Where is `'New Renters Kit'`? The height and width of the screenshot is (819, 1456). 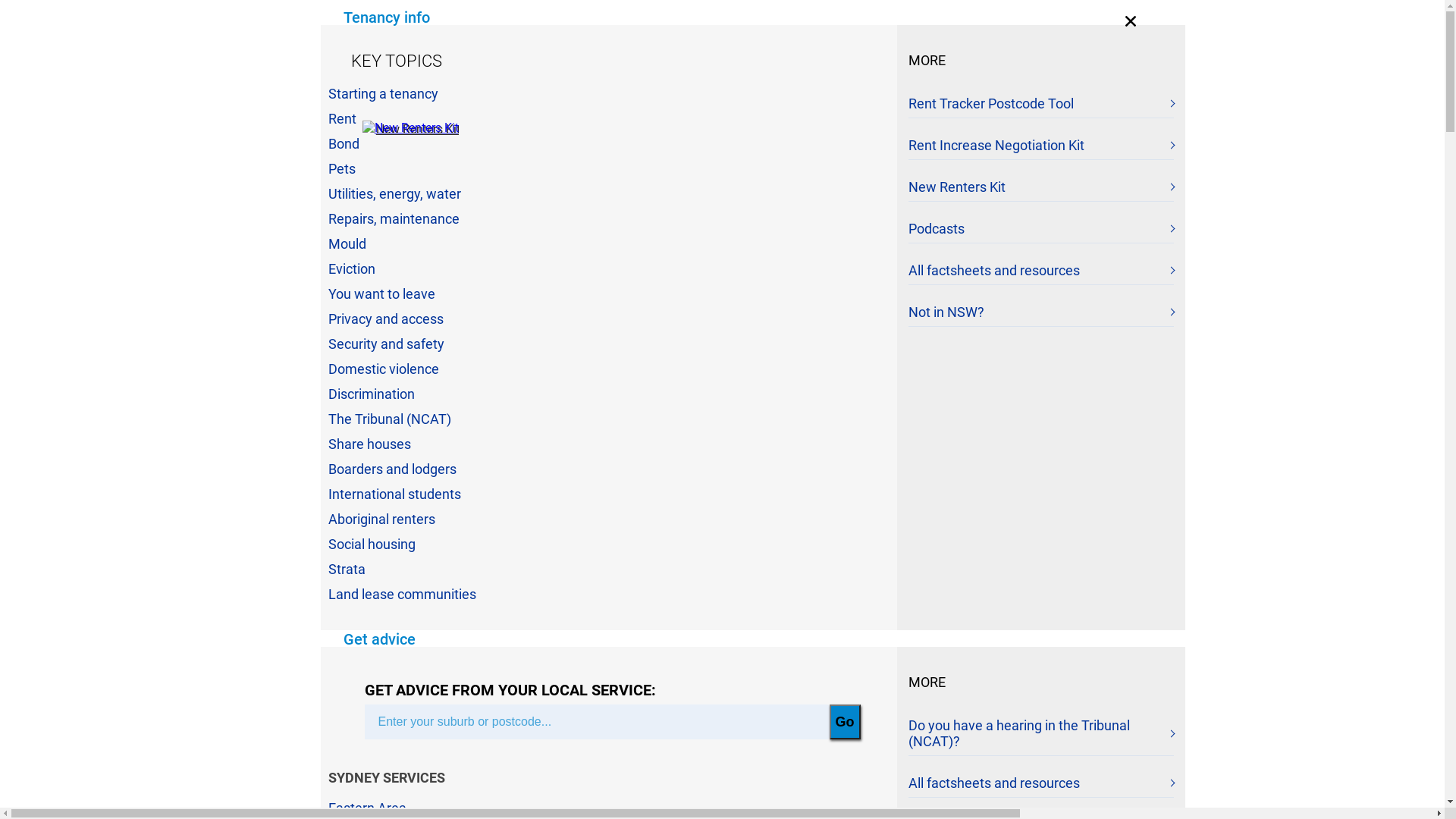
'New Renters Kit' is located at coordinates (1040, 189).